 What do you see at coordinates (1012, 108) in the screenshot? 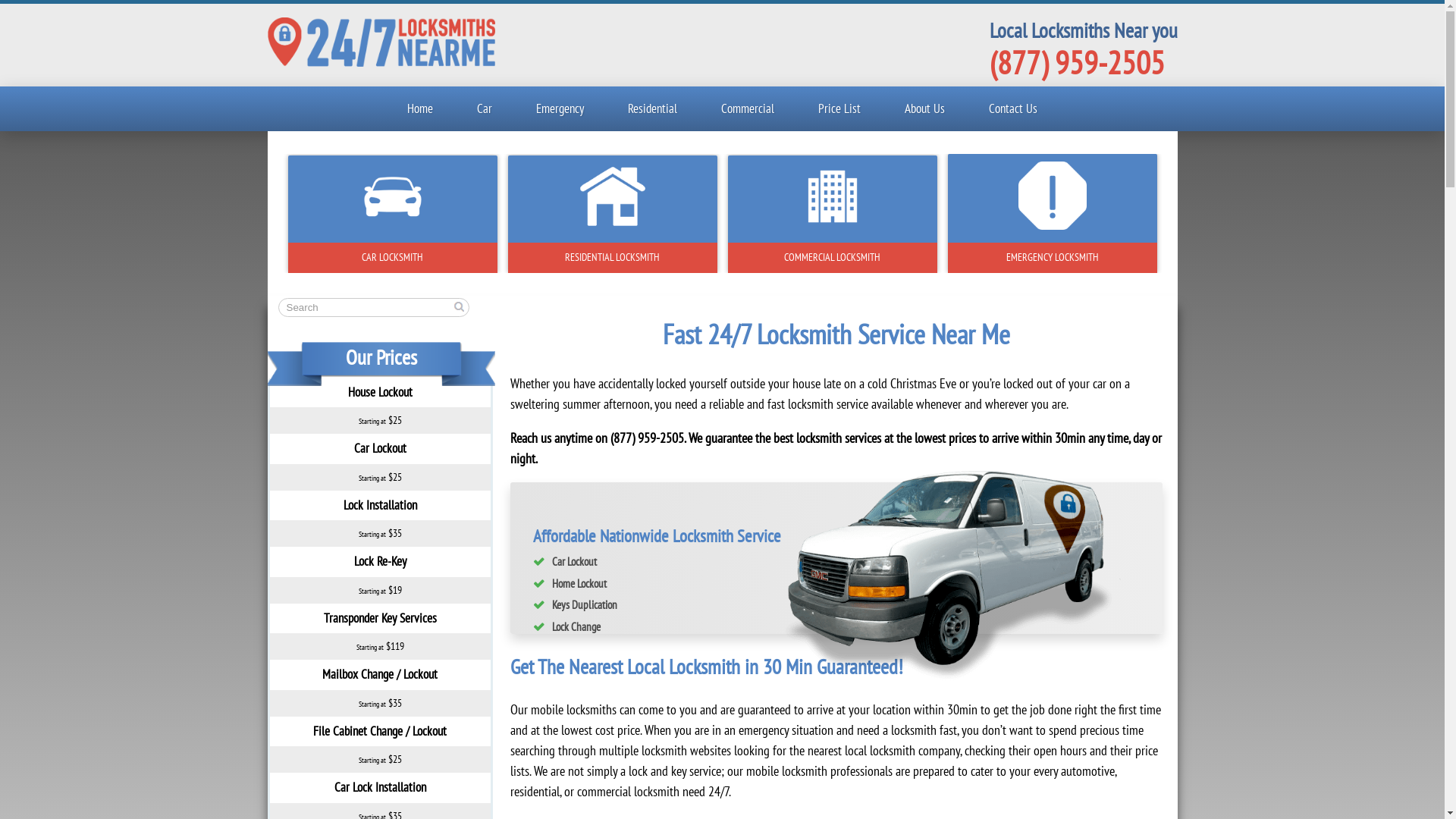
I see `'Contact Us'` at bounding box center [1012, 108].